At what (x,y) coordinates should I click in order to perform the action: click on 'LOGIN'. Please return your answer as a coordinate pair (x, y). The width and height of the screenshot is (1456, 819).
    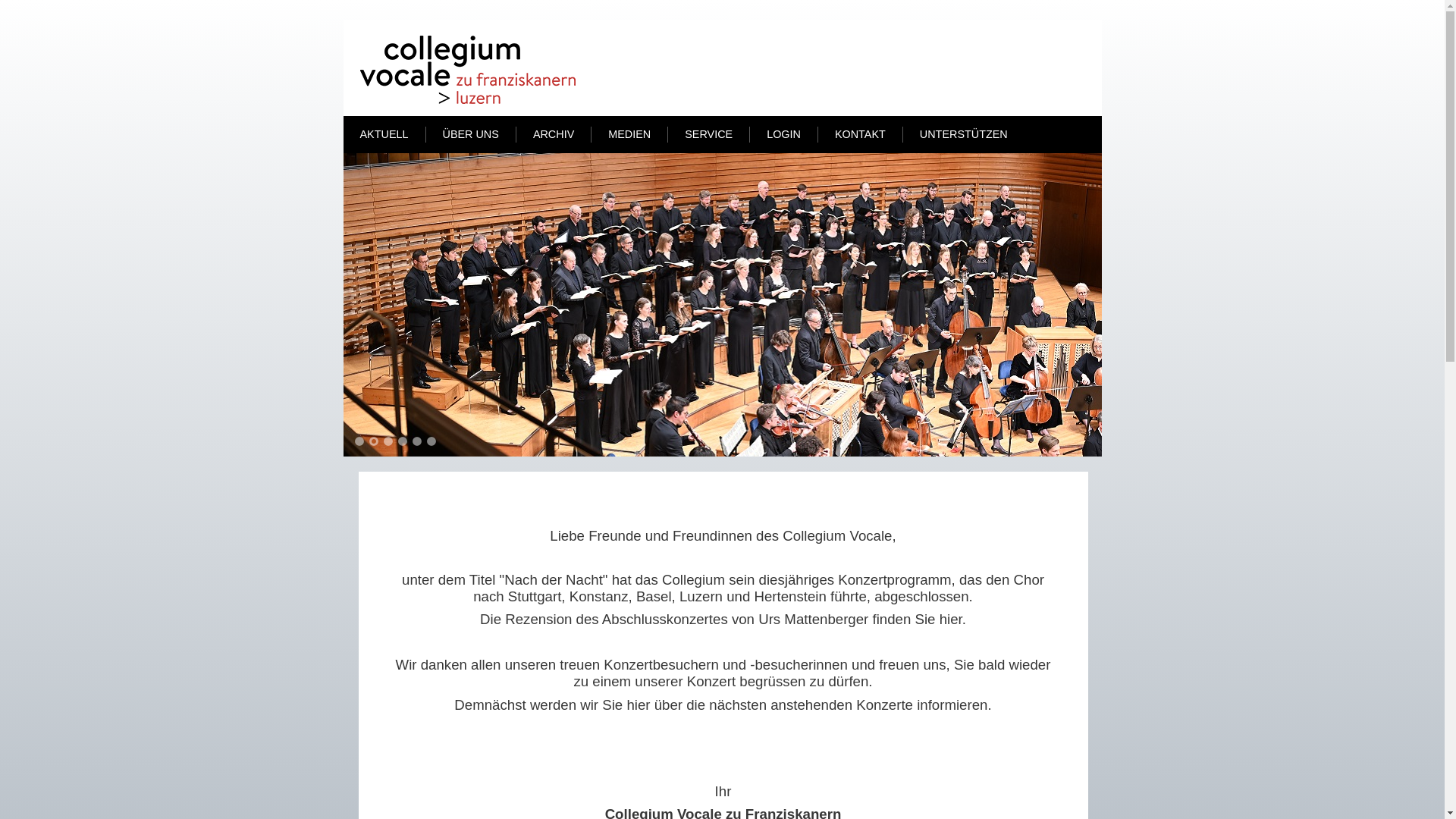
    Looking at the image, I should click on (783, 133).